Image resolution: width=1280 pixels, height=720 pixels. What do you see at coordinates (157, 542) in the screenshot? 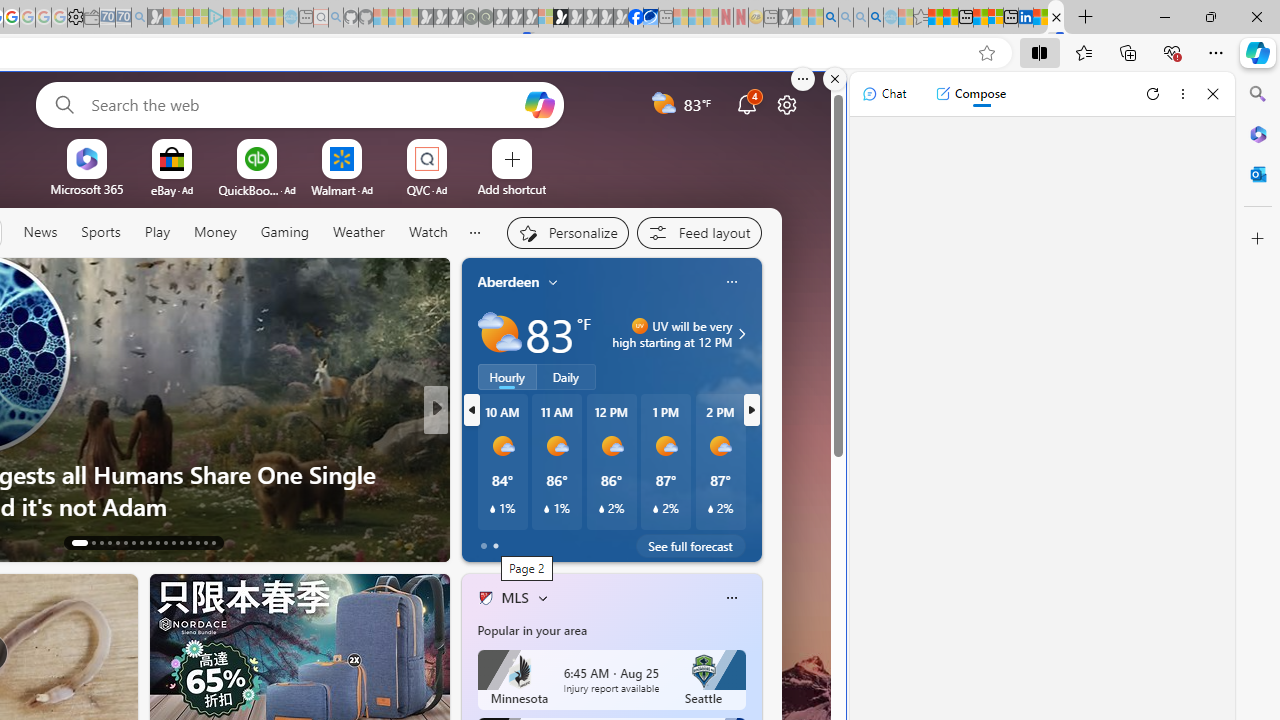
I see `'AutomationID: tab-22'` at bounding box center [157, 542].